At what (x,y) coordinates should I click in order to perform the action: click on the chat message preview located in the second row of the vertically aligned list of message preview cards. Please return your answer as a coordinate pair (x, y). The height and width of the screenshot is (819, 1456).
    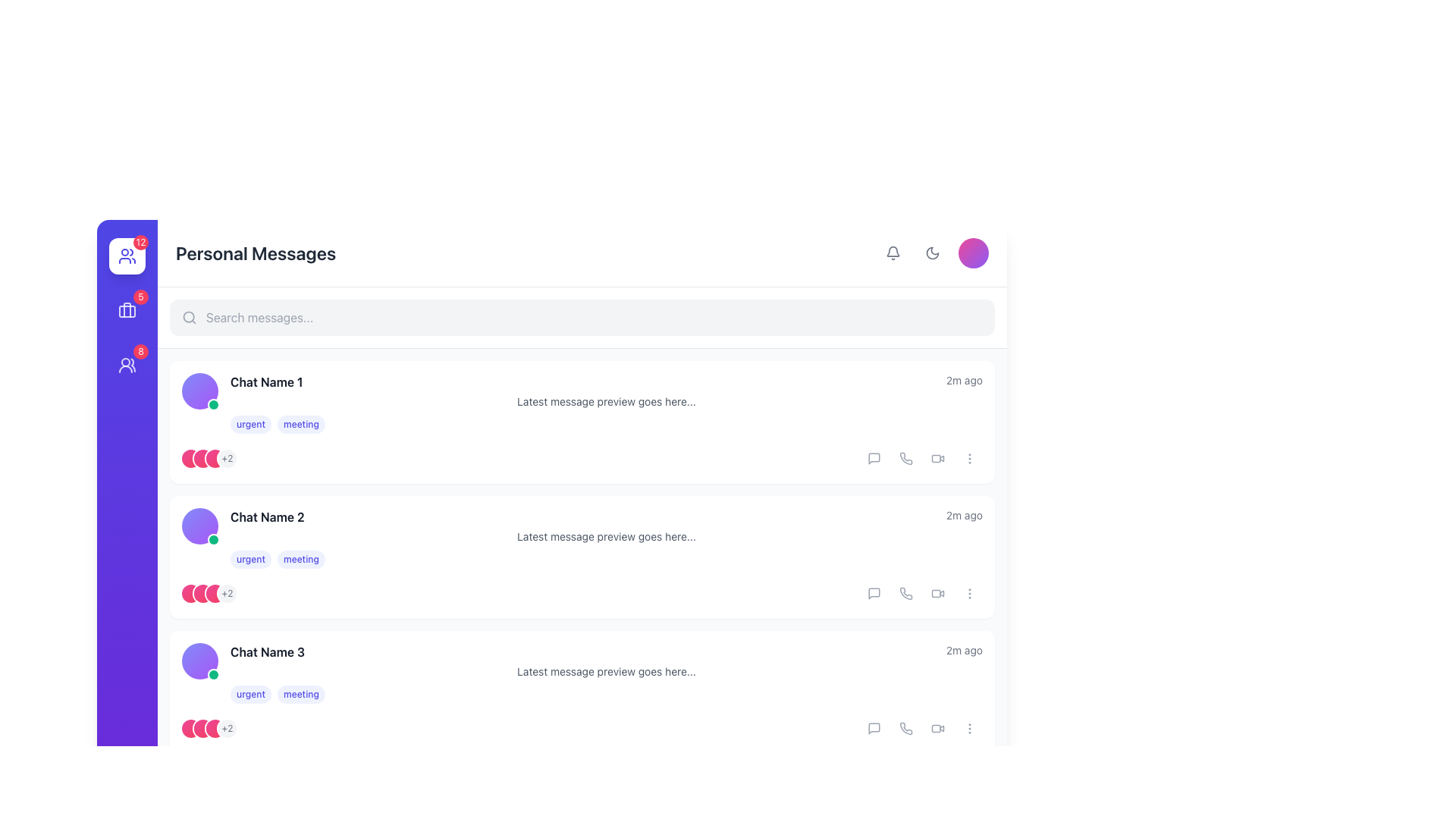
    Looking at the image, I should click on (607, 537).